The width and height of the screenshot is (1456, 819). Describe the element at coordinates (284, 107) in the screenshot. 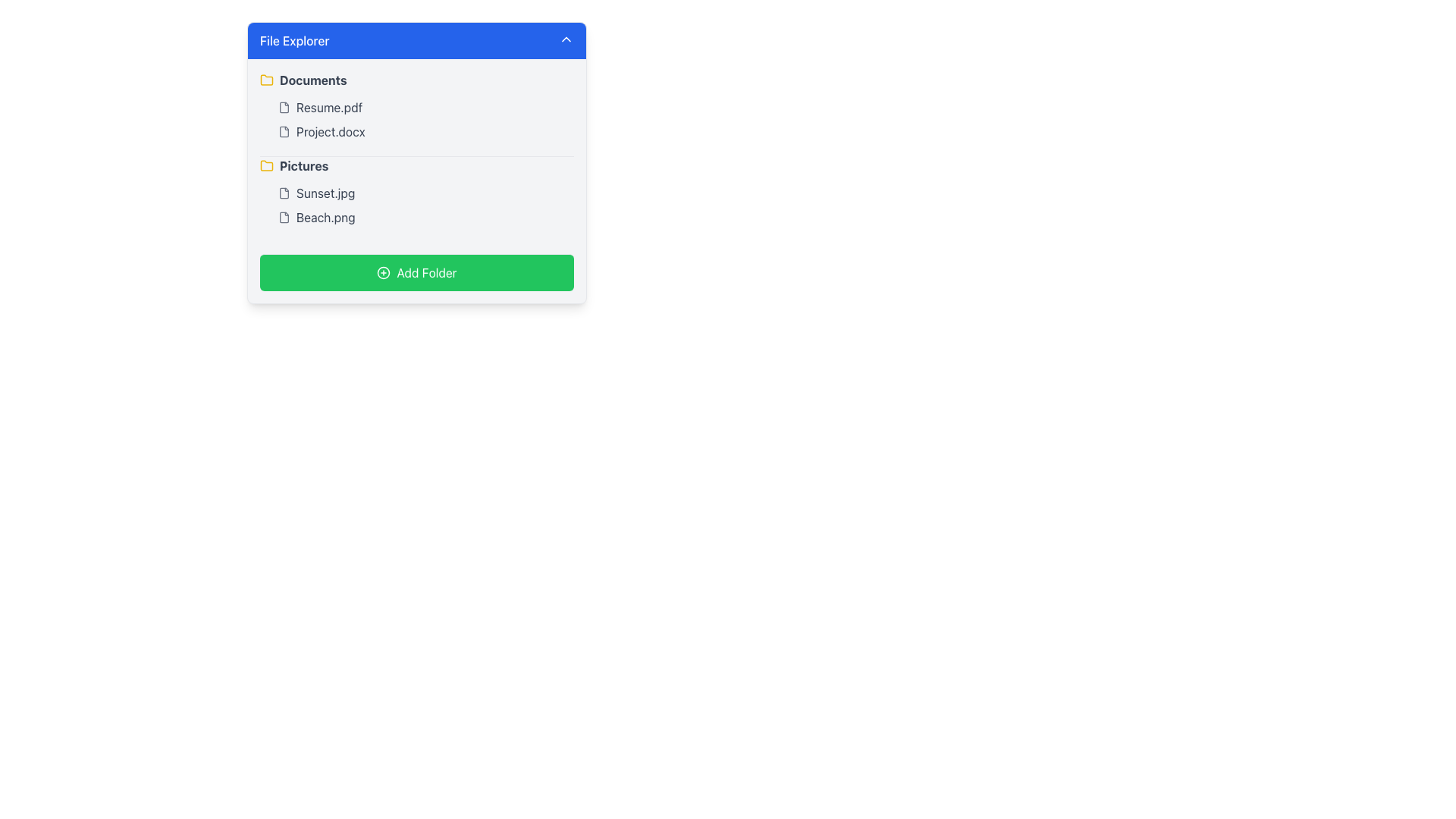

I see `the file icon for 'Resume.pdf', which is the first icon in its row under the 'Documents' category in the file explorer interface` at that location.